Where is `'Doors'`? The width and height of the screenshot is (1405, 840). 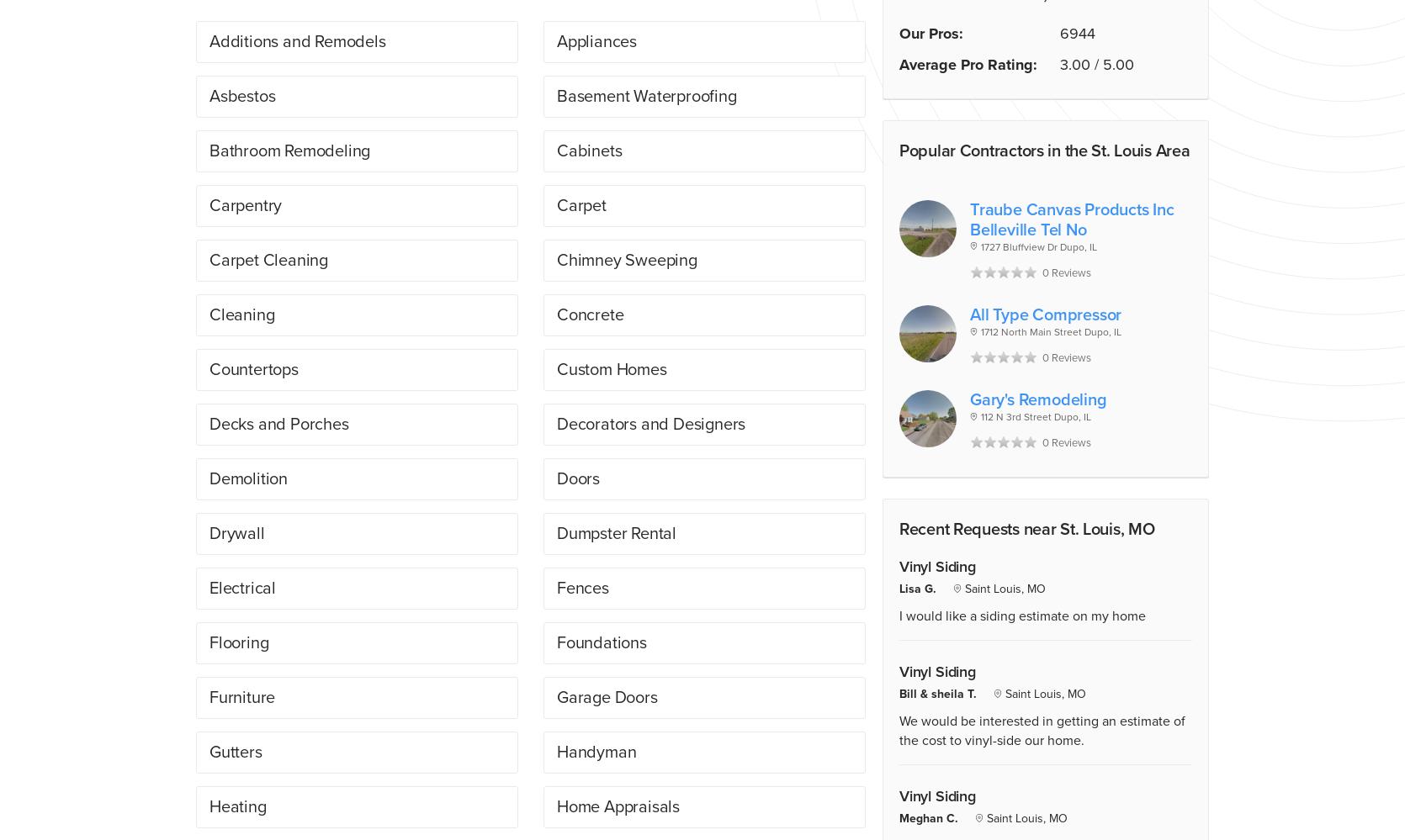
'Doors' is located at coordinates (578, 478).